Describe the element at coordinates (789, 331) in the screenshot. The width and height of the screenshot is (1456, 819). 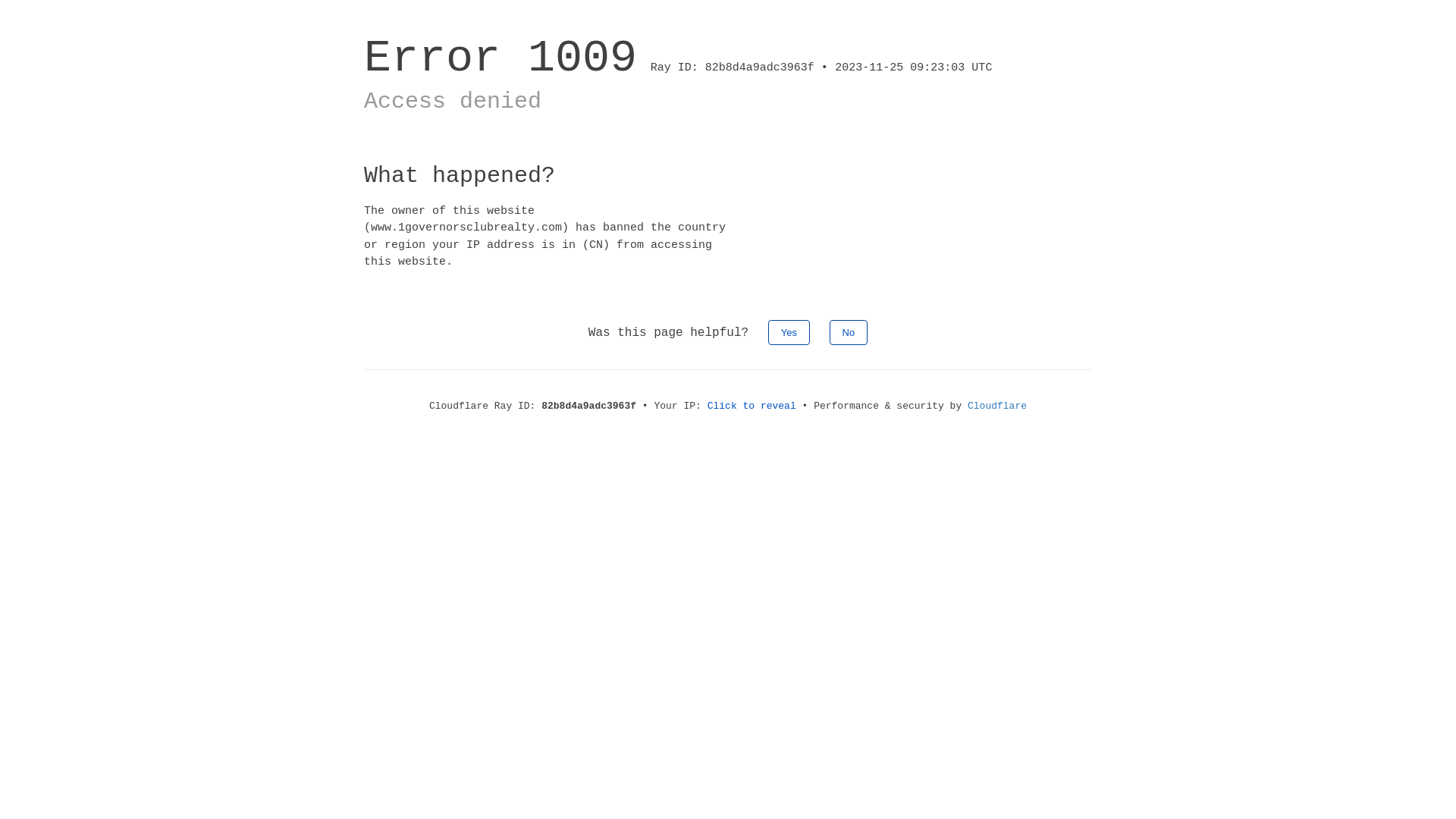
I see `'Yes'` at that location.